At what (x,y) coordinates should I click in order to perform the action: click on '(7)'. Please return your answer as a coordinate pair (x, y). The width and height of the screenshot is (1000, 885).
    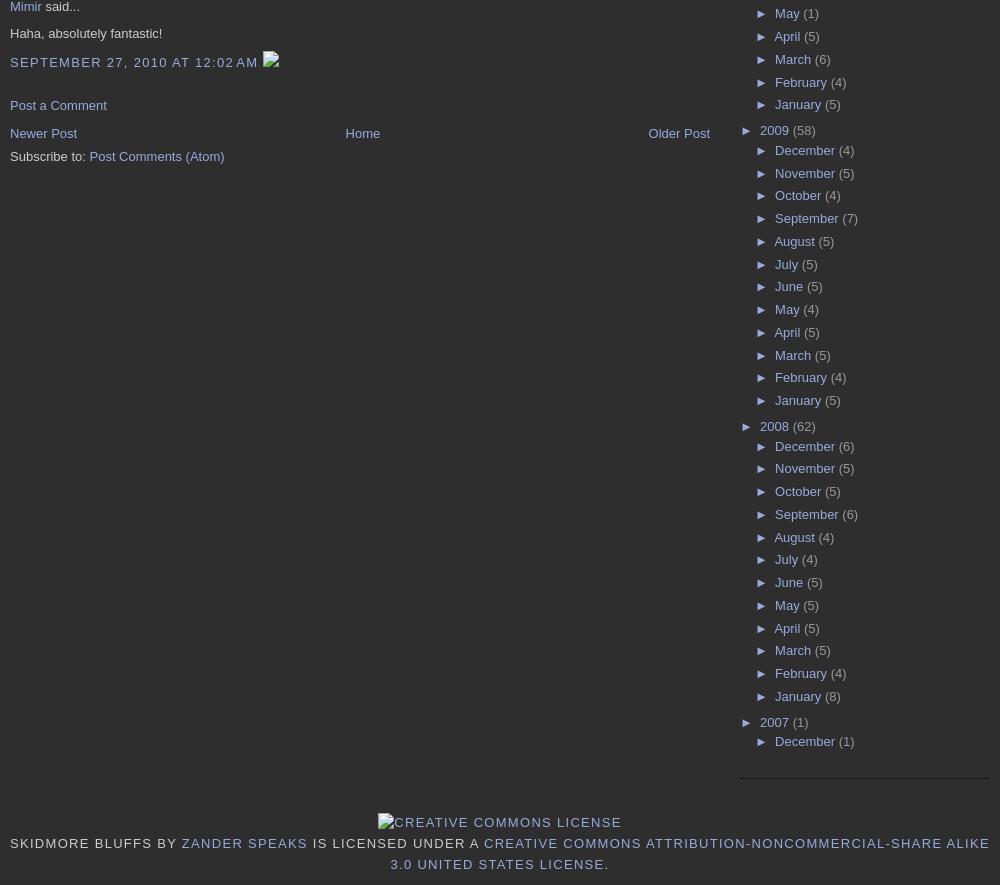
    Looking at the image, I should click on (849, 217).